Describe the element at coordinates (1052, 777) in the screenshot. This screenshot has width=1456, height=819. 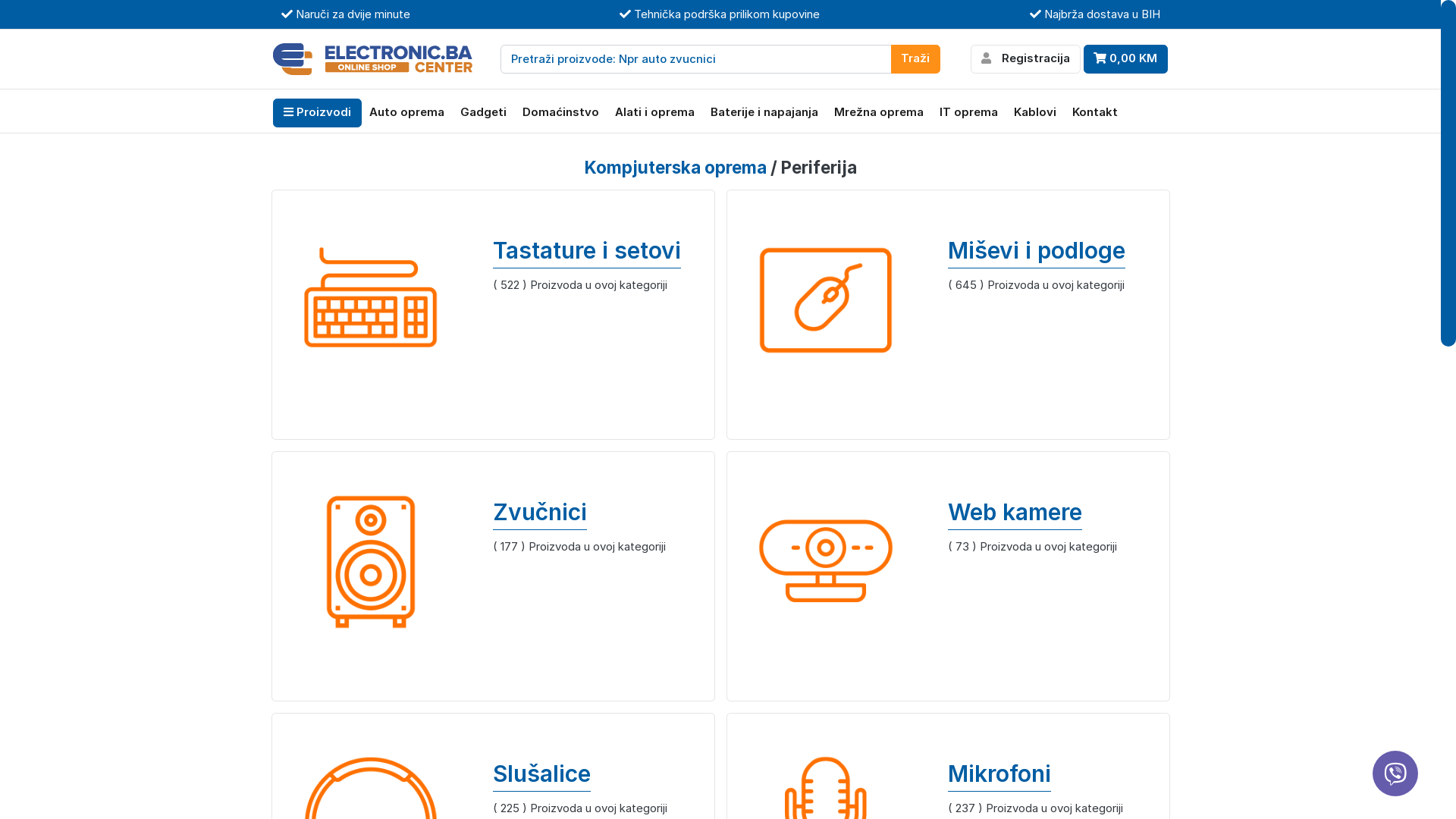
I see `'Mikrofoni'` at that location.